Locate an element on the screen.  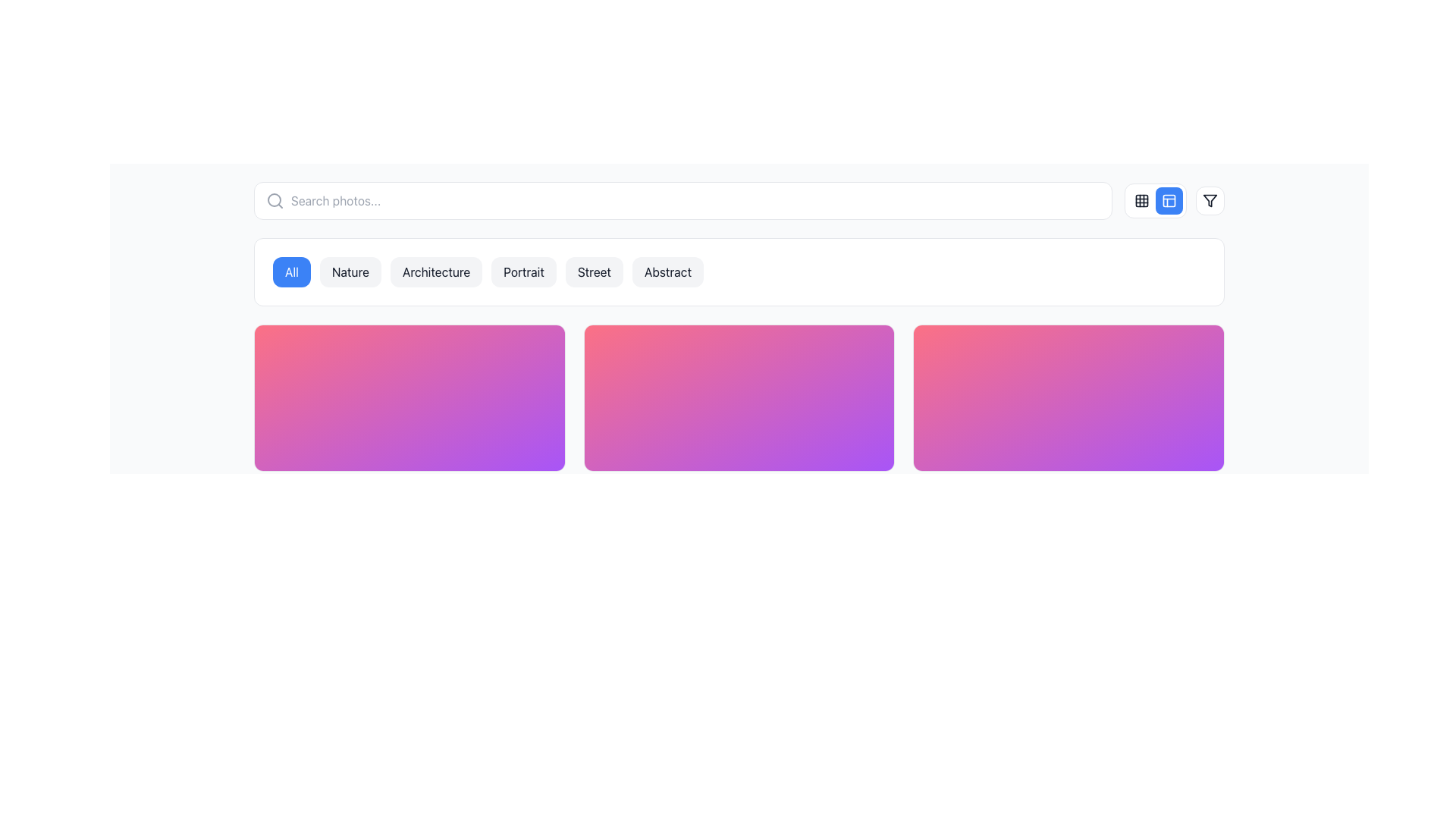
the 'Nature' filter button, which is the second button in a row of category selectors is located at coordinates (350, 271).